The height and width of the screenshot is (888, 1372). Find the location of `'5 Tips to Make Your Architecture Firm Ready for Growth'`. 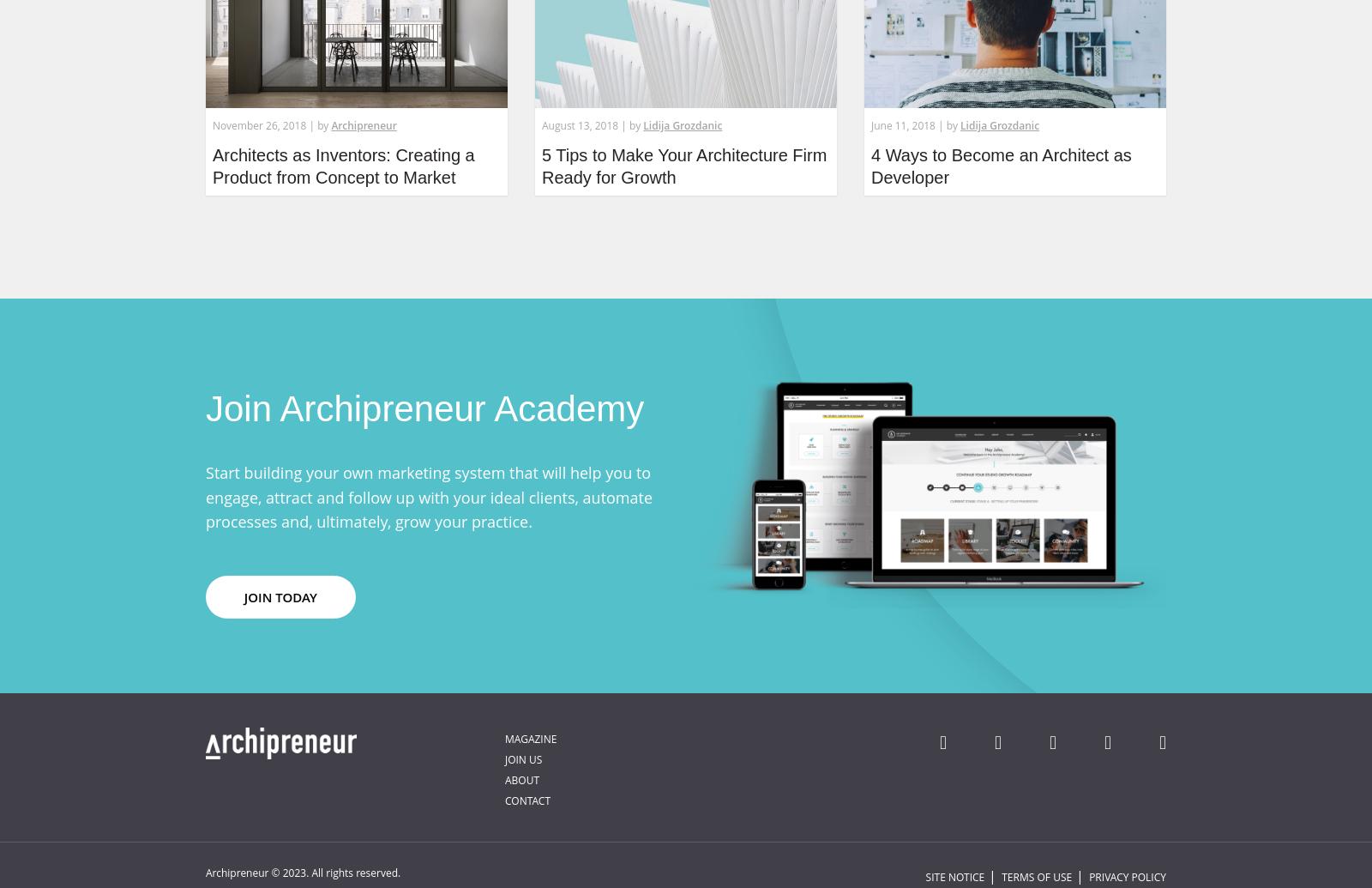

'5 Tips to Make Your Architecture Firm Ready for Growth' is located at coordinates (541, 166).